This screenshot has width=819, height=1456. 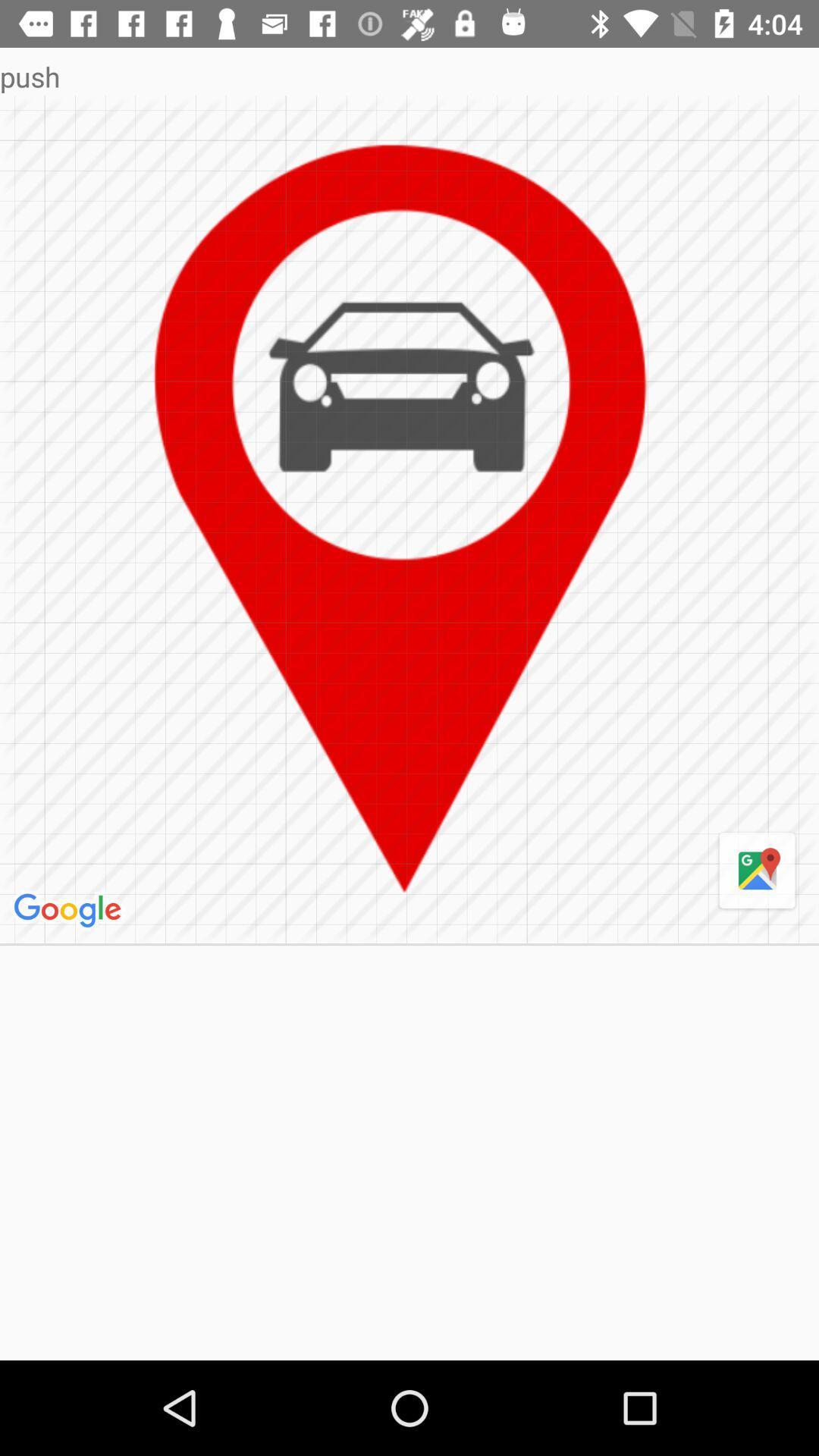 I want to click on the icon below push icon, so click(x=757, y=871).